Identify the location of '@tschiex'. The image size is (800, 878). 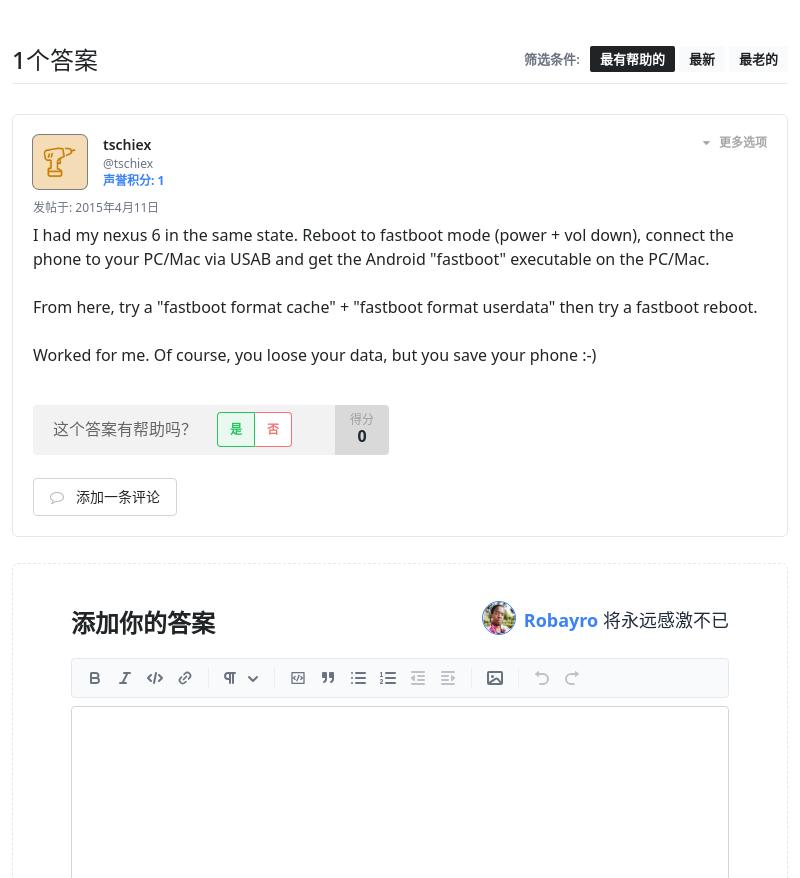
(102, 162).